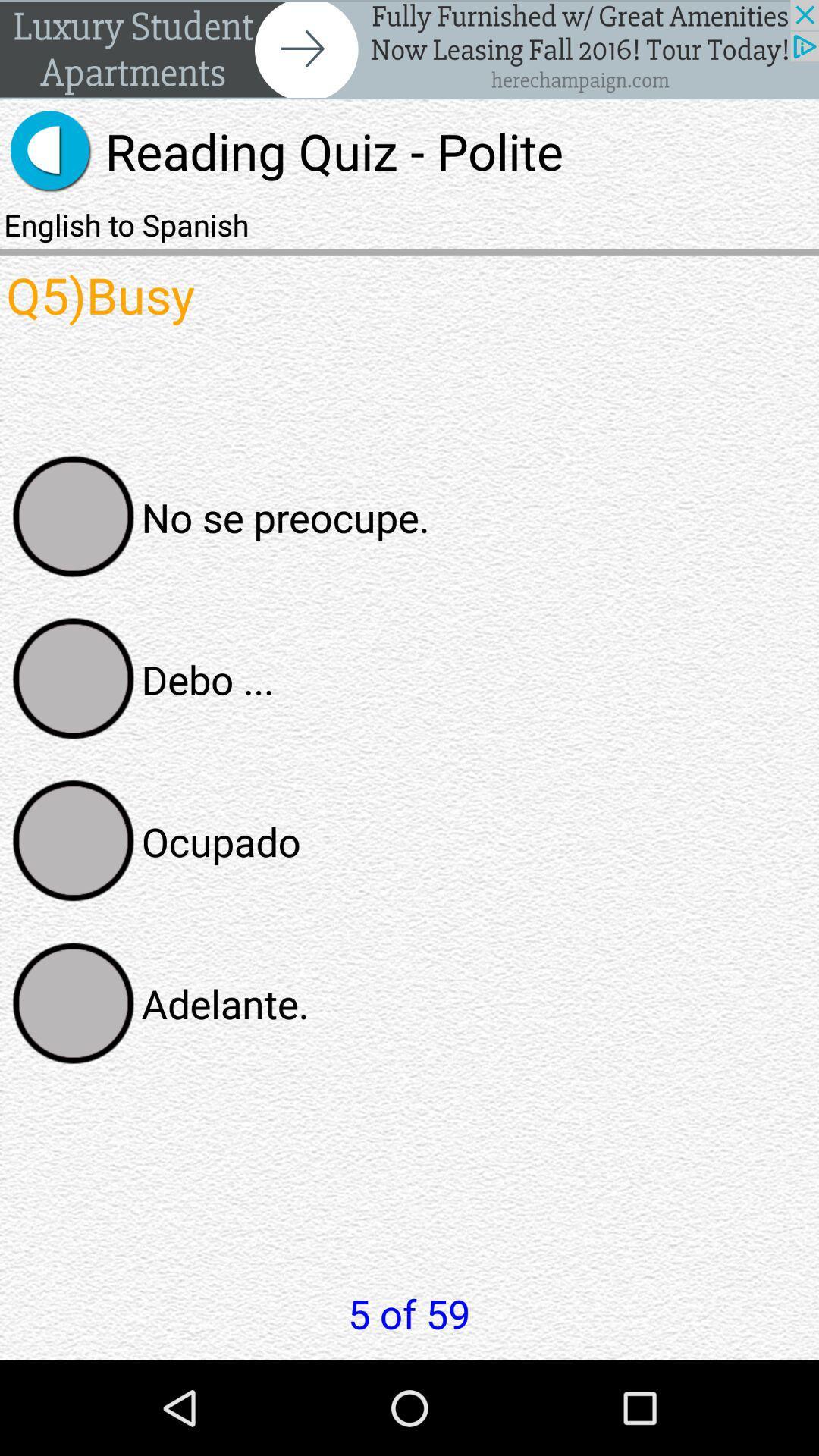 The width and height of the screenshot is (819, 1456). I want to click on next the, so click(409, 49).